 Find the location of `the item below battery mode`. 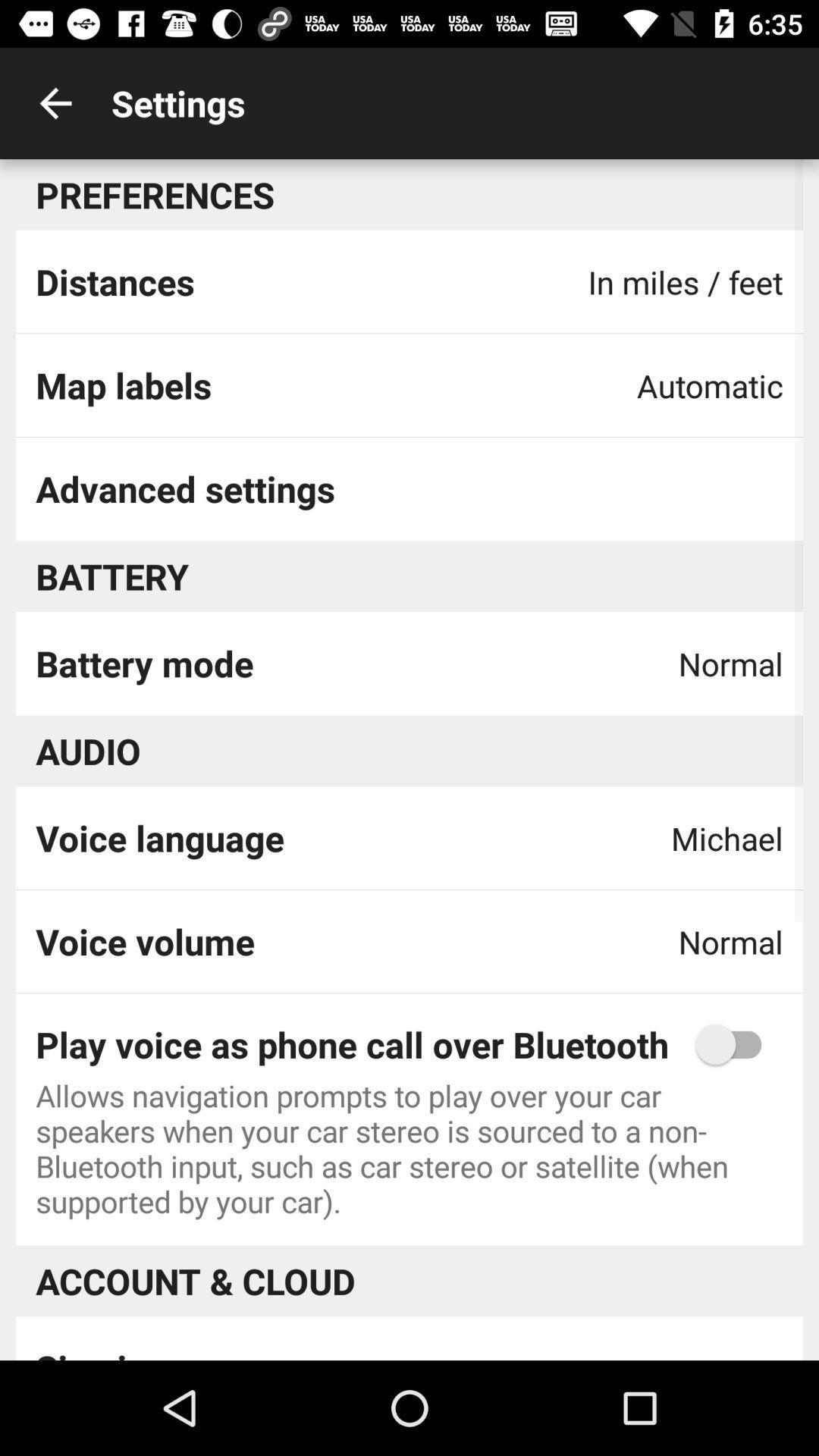

the item below battery mode is located at coordinates (88, 751).